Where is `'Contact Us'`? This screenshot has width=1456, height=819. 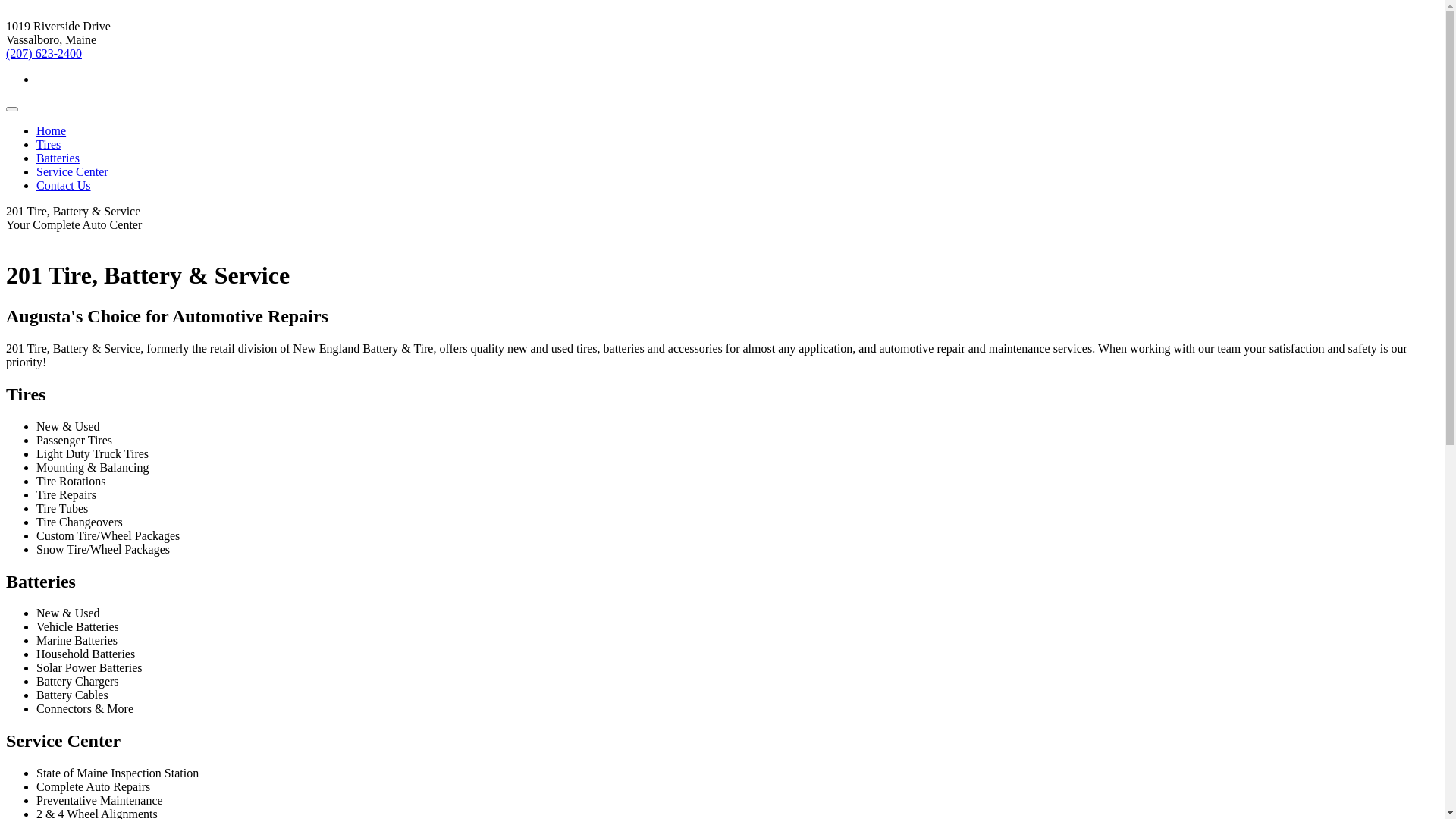
'Contact Us' is located at coordinates (36, 184).